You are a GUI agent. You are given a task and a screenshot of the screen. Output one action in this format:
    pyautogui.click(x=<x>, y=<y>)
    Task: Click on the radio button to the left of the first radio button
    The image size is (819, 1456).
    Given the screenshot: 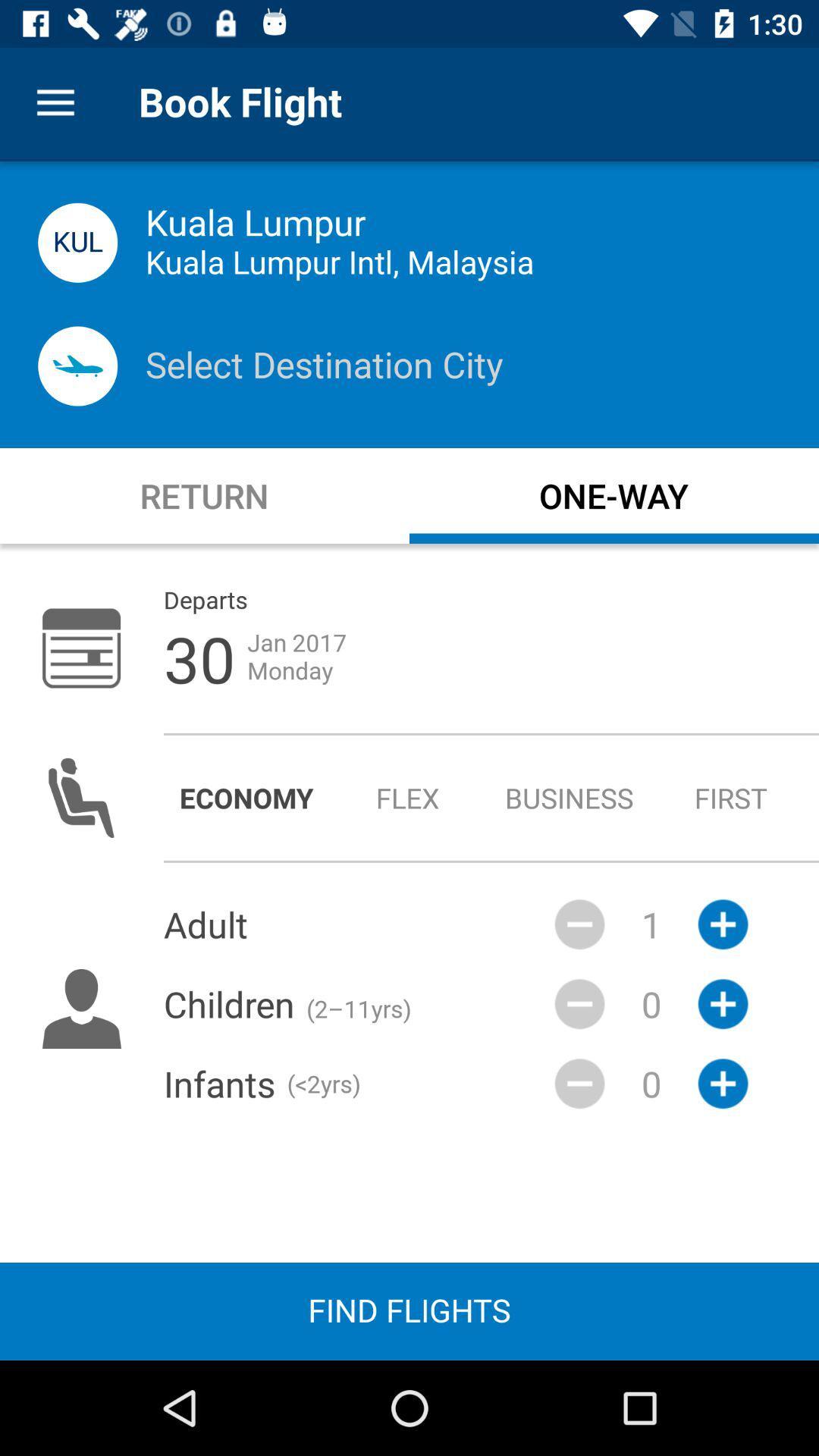 What is the action you would take?
    pyautogui.click(x=570, y=797)
    